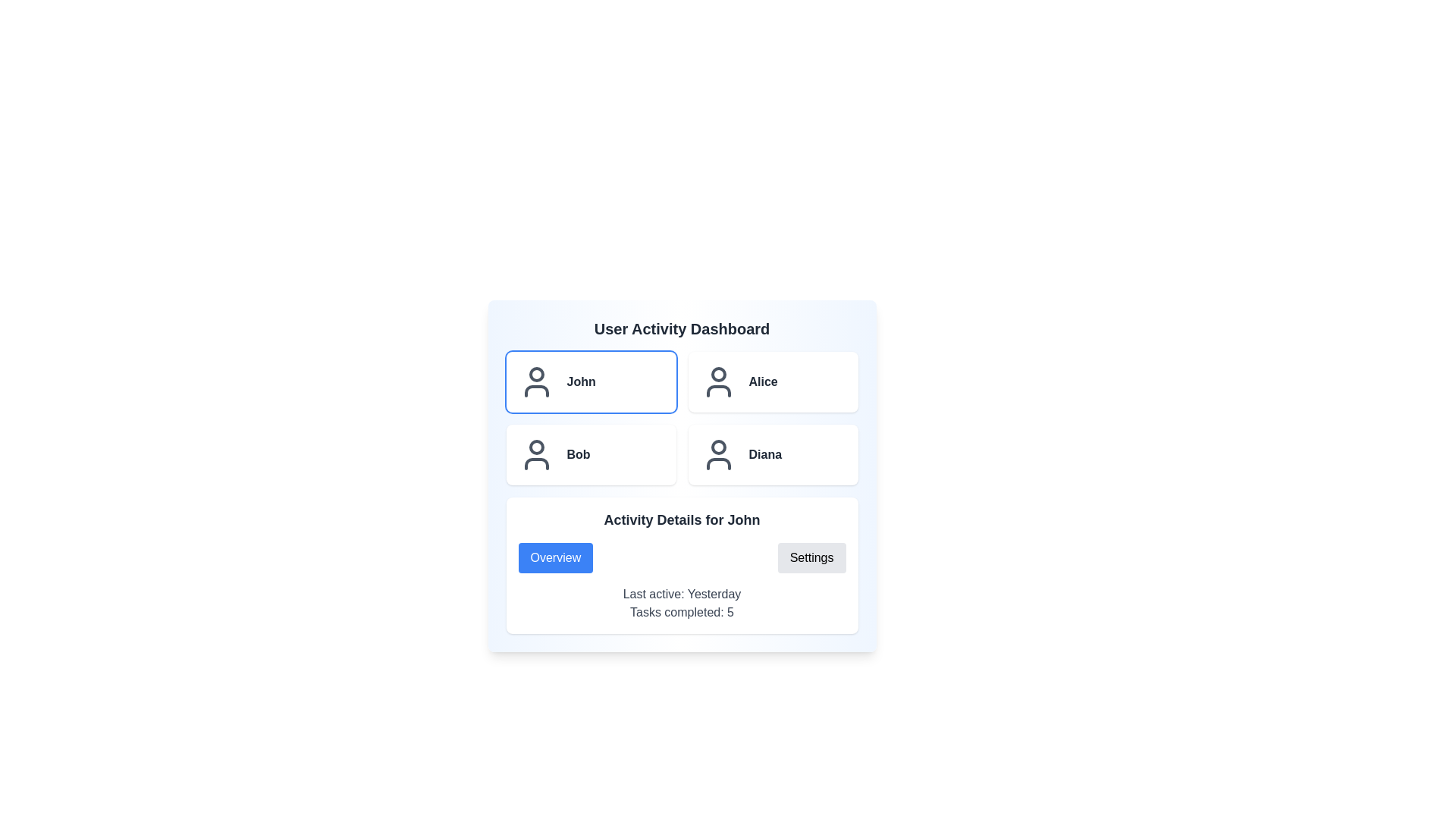 The width and height of the screenshot is (1456, 819). Describe the element at coordinates (536, 381) in the screenshot. I see `the user profile icon associated with the name 'John' located in the upper left corner of the 'User Activity Dashboard' section` at that location.